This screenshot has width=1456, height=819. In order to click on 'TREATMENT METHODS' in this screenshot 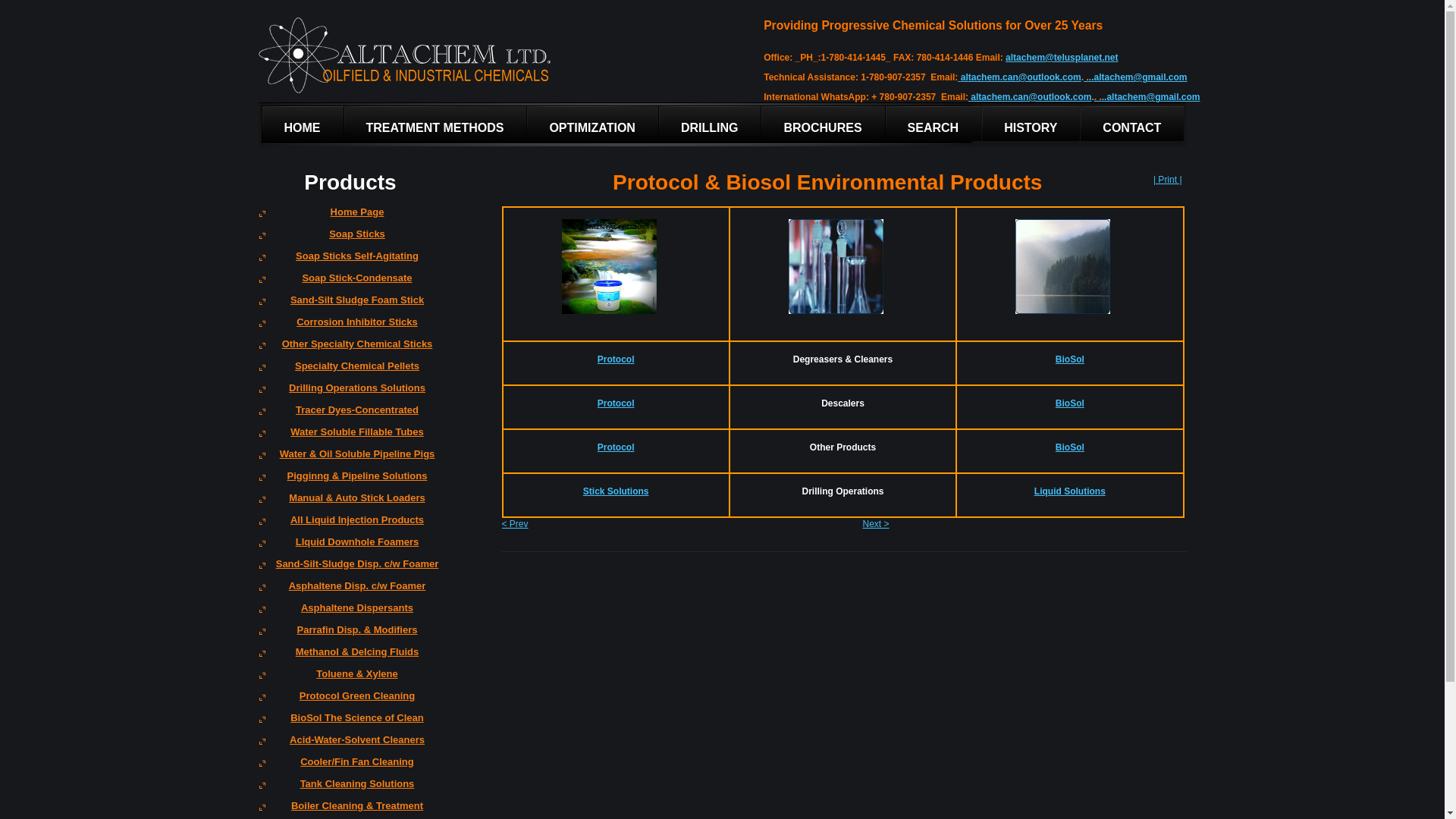, I will do `click(435, 124)`.